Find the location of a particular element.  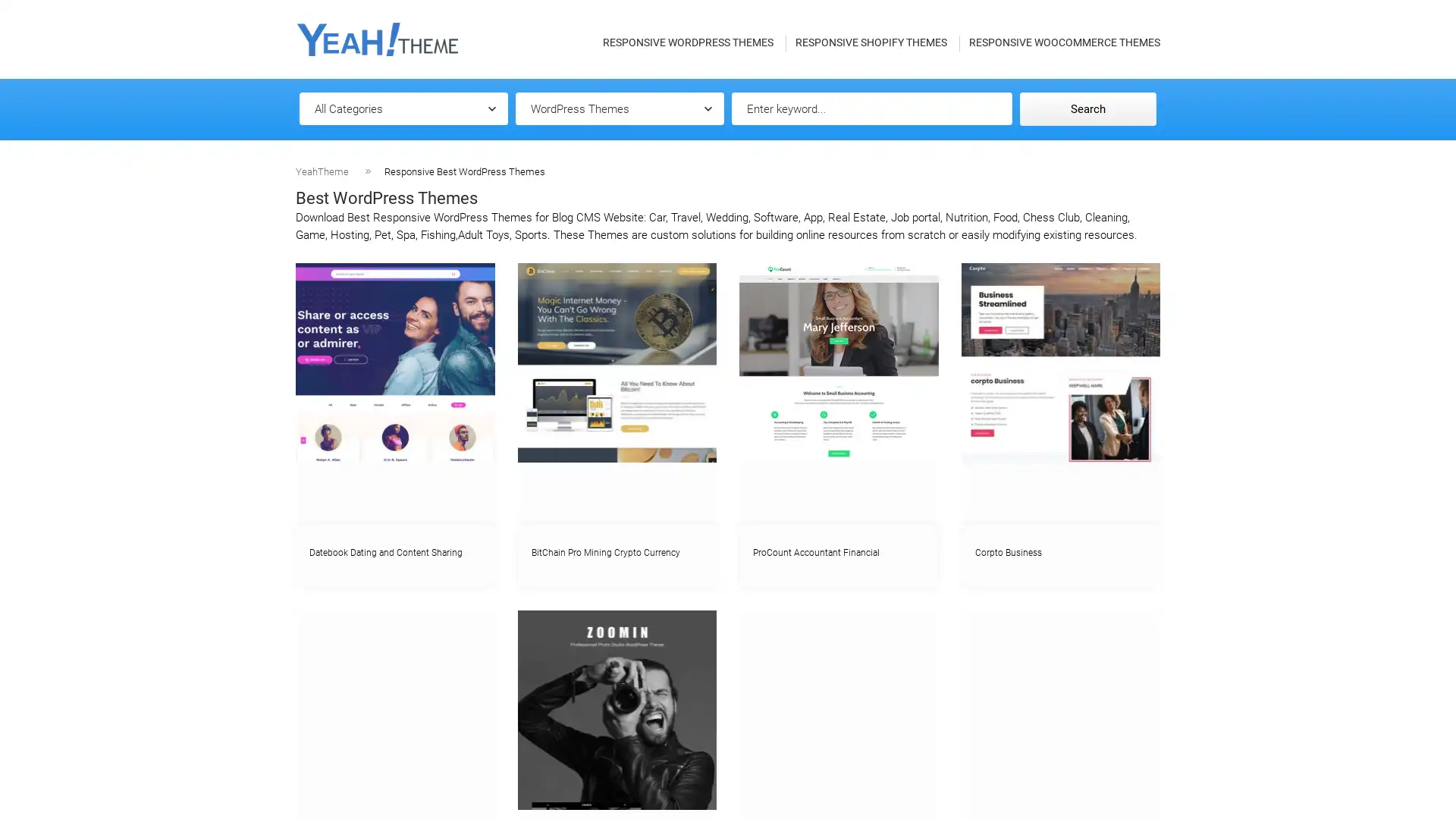

Search is located at coordinates (1087, 108).